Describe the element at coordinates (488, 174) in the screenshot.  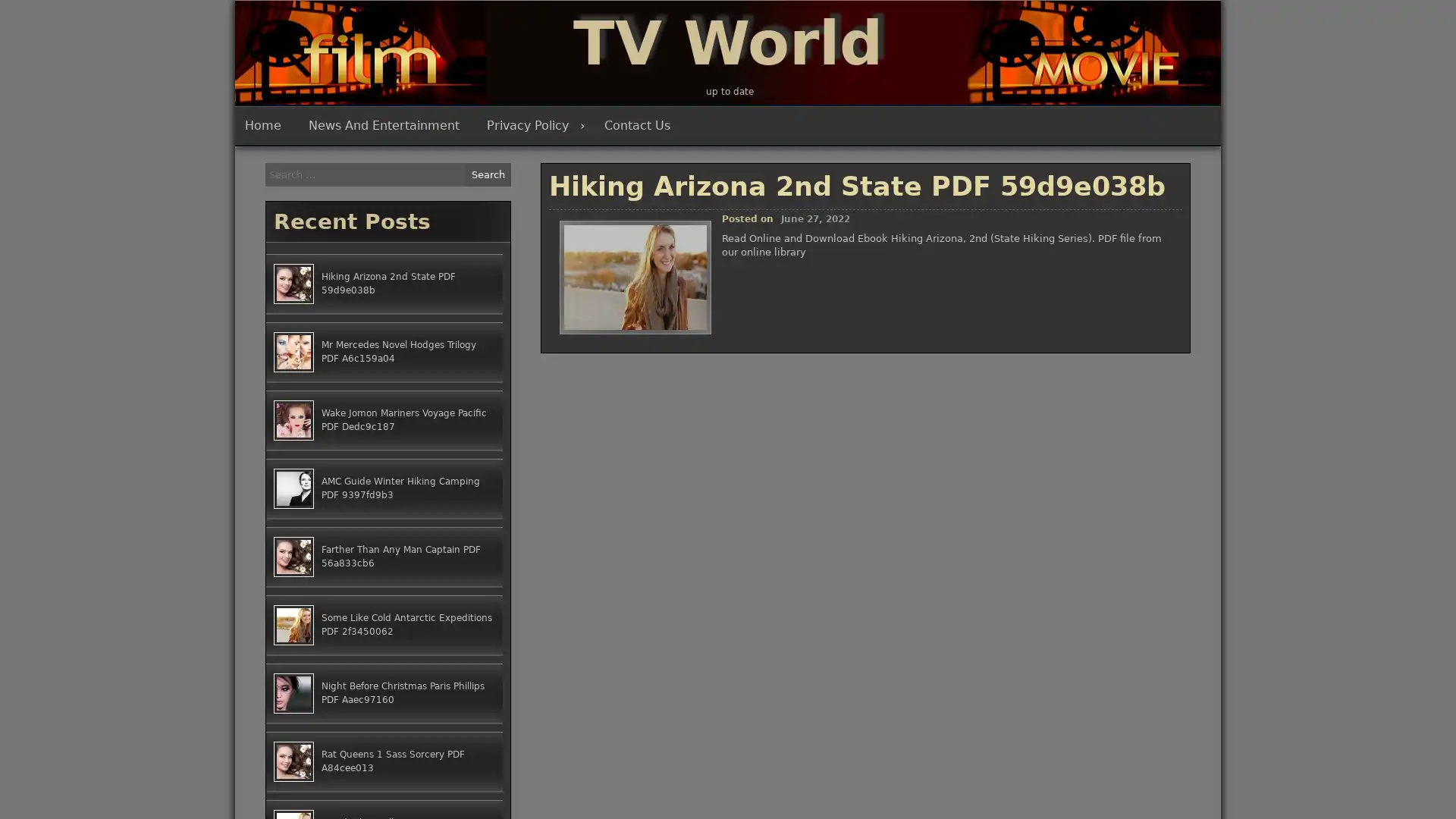
I see `Search` at that location.